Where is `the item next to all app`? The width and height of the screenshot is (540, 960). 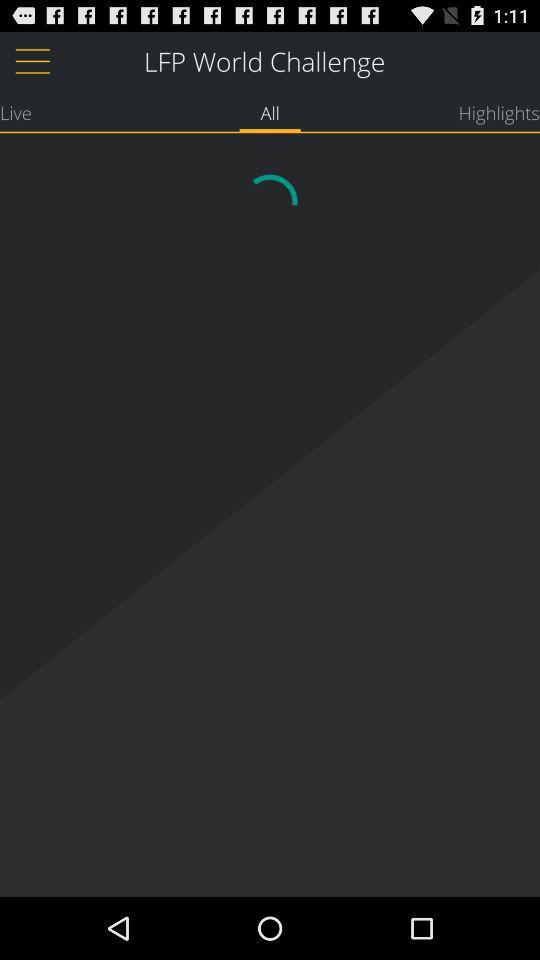 the item next to all app is located at coordinates (498, 112).